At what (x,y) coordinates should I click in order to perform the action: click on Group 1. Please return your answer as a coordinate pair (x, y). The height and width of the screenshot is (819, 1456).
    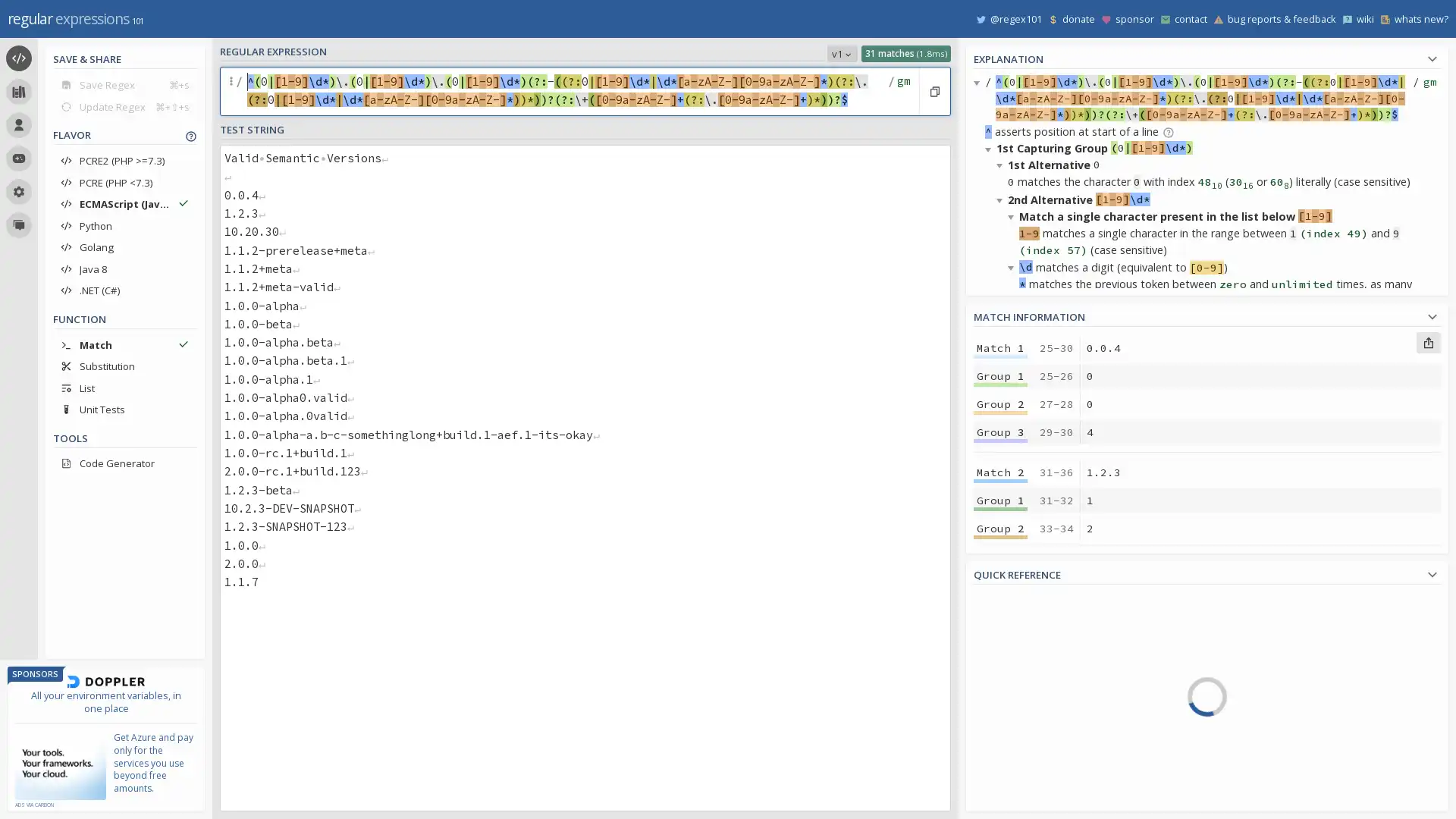
    Looking at the image, I should click on (1000, 748).